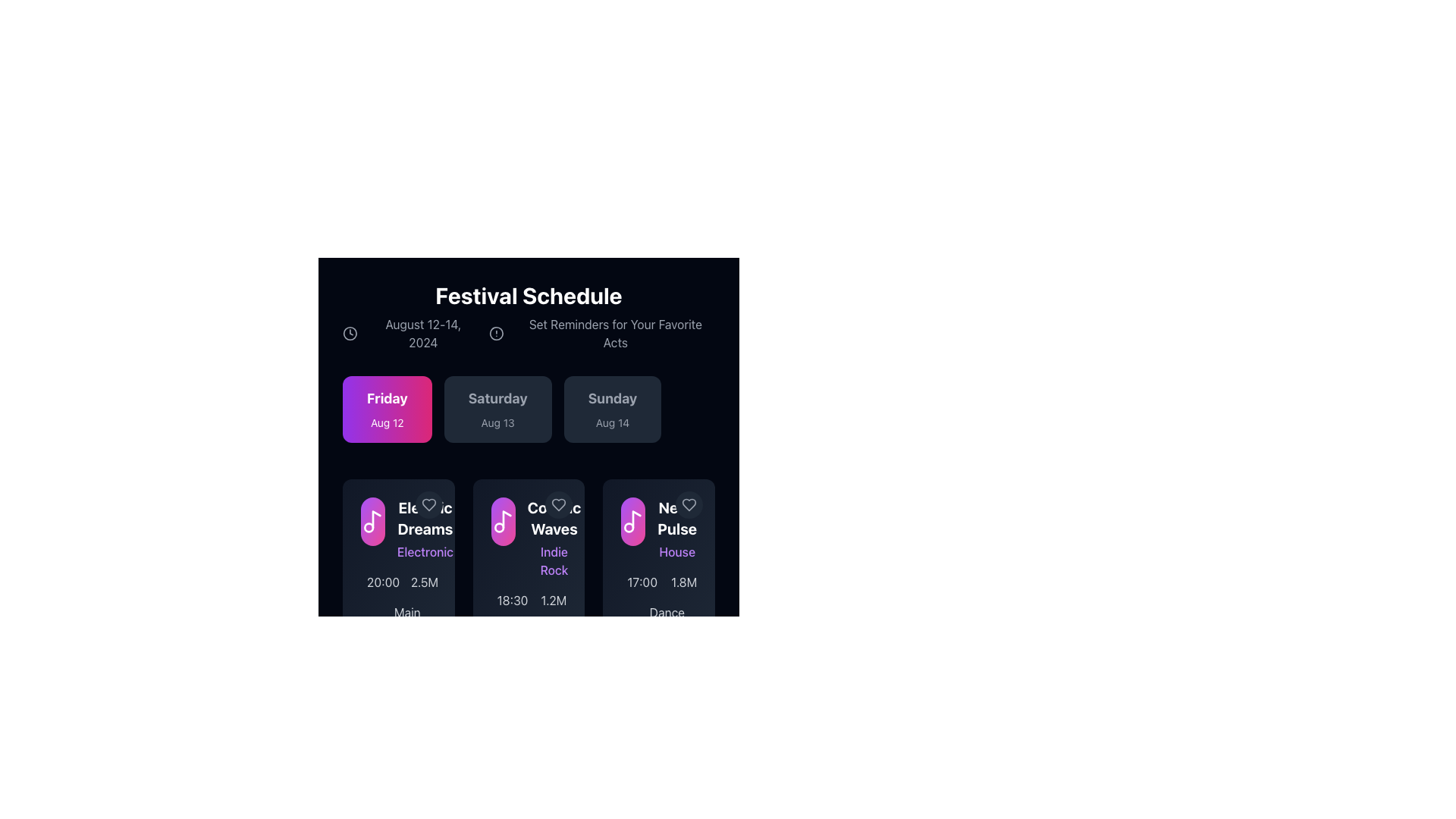  What do you see at coordinates (387, 409) in the screenshot?
I see `the button representing the schedule for Friday, August 12th, which is the first button in a group of three located under the 'Festival Schedule' title` at bounding box center [387, 409].